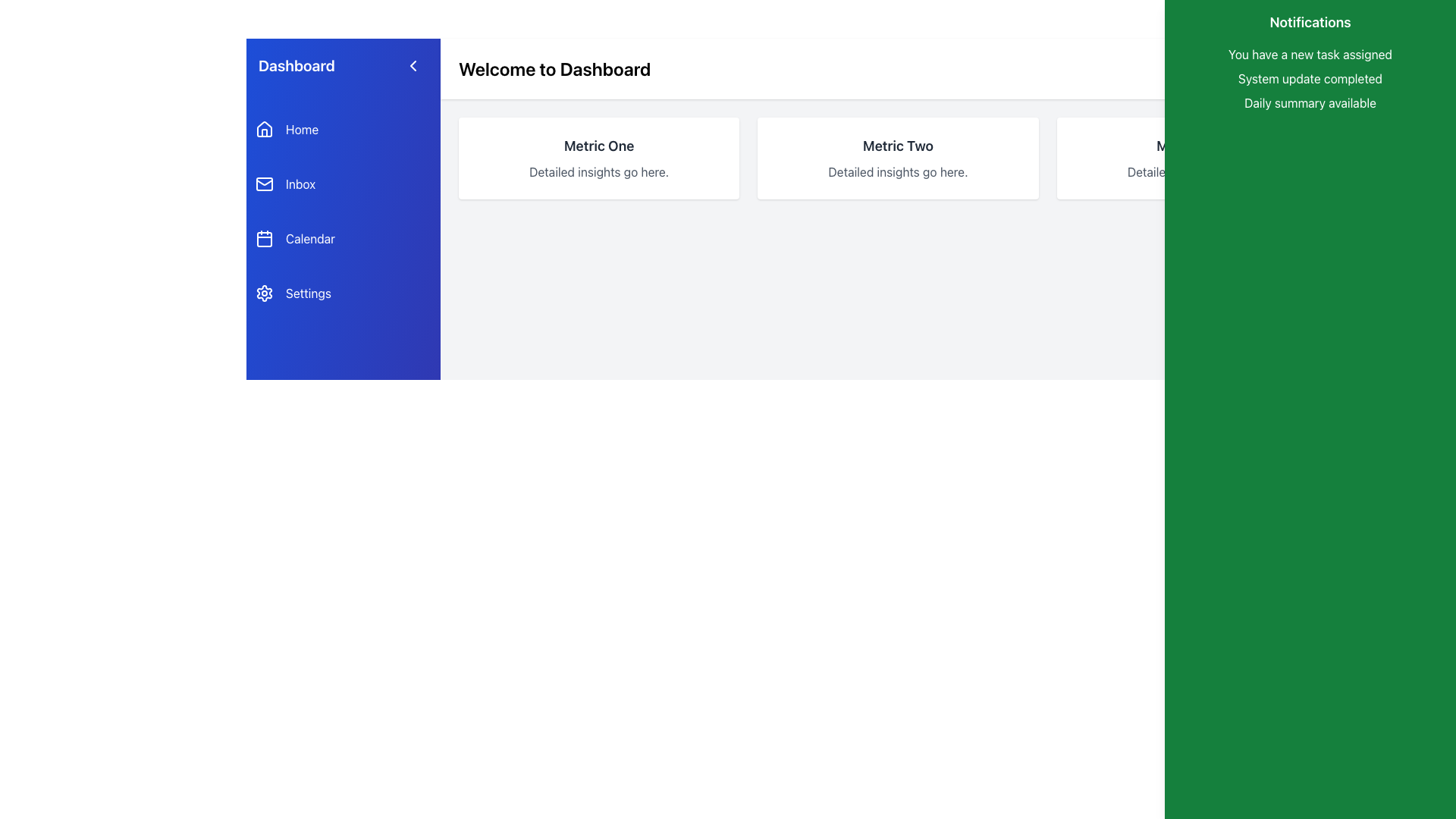  I want to click on the Home button in the left-side navigation menu, so click(265, 128).